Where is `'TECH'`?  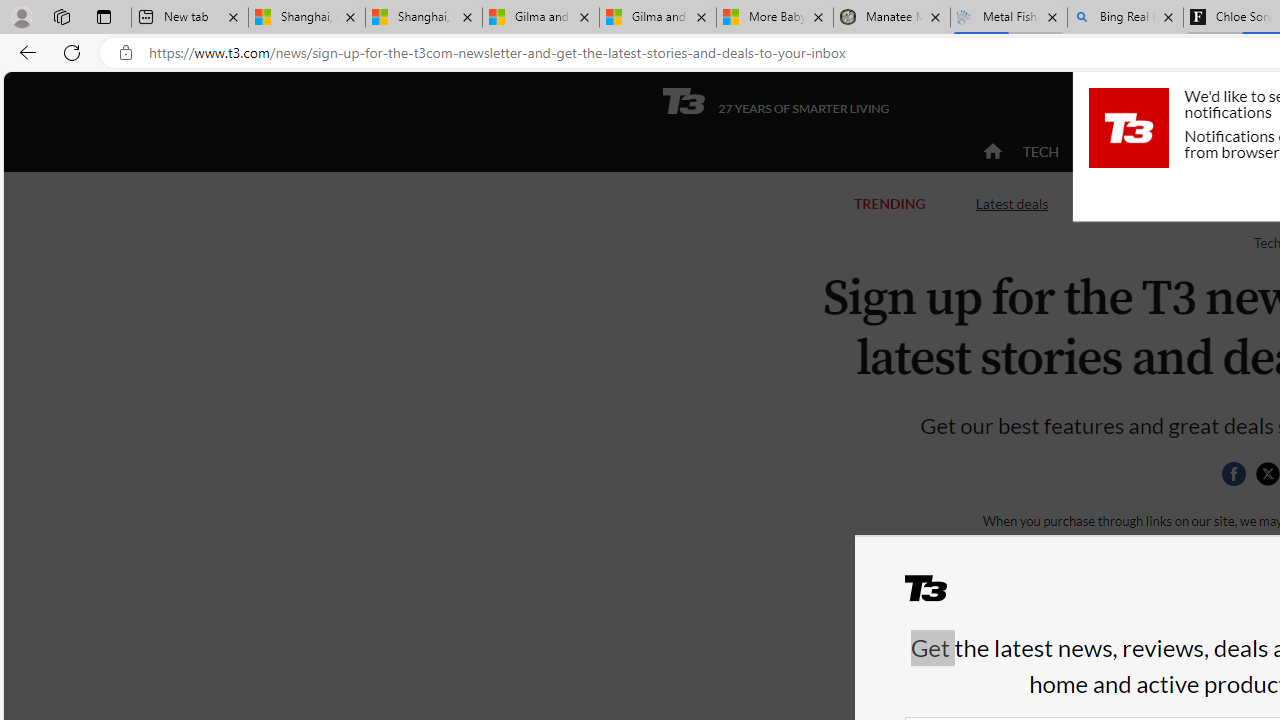 'TECH' is located at coordinates (1040, 150).